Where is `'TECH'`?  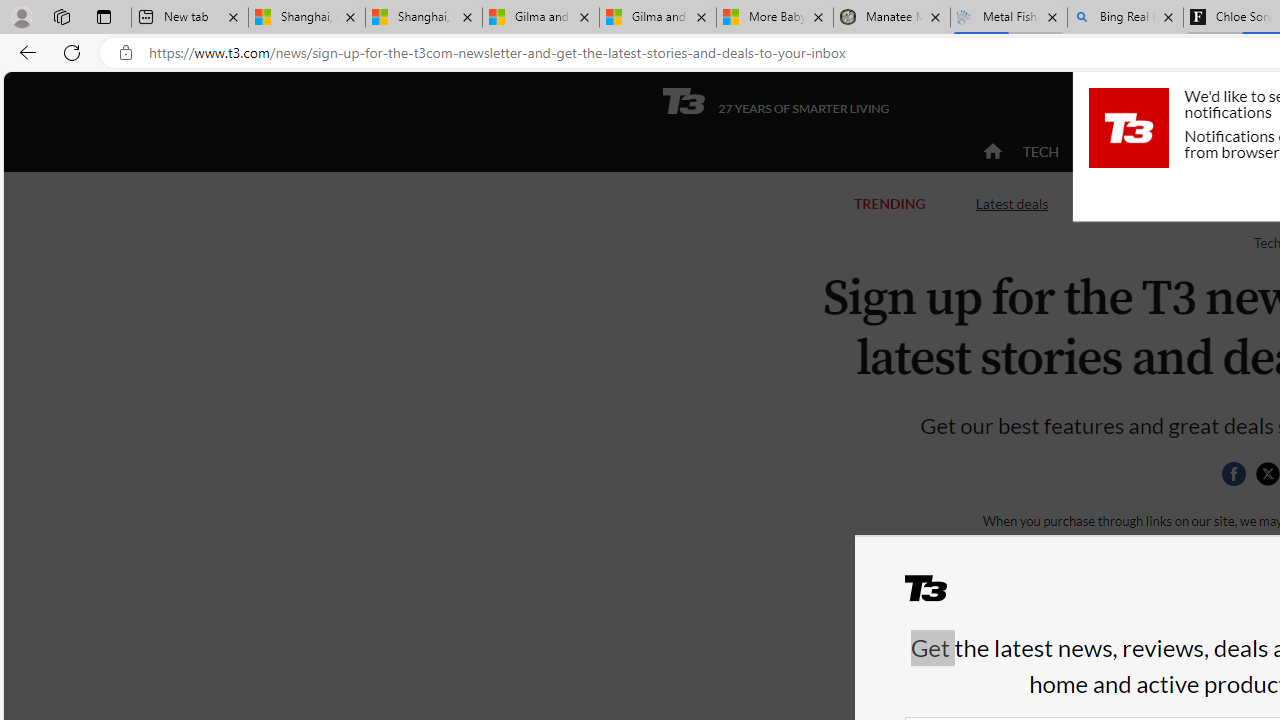 'TECH' is located at coordinates (1040, 150).